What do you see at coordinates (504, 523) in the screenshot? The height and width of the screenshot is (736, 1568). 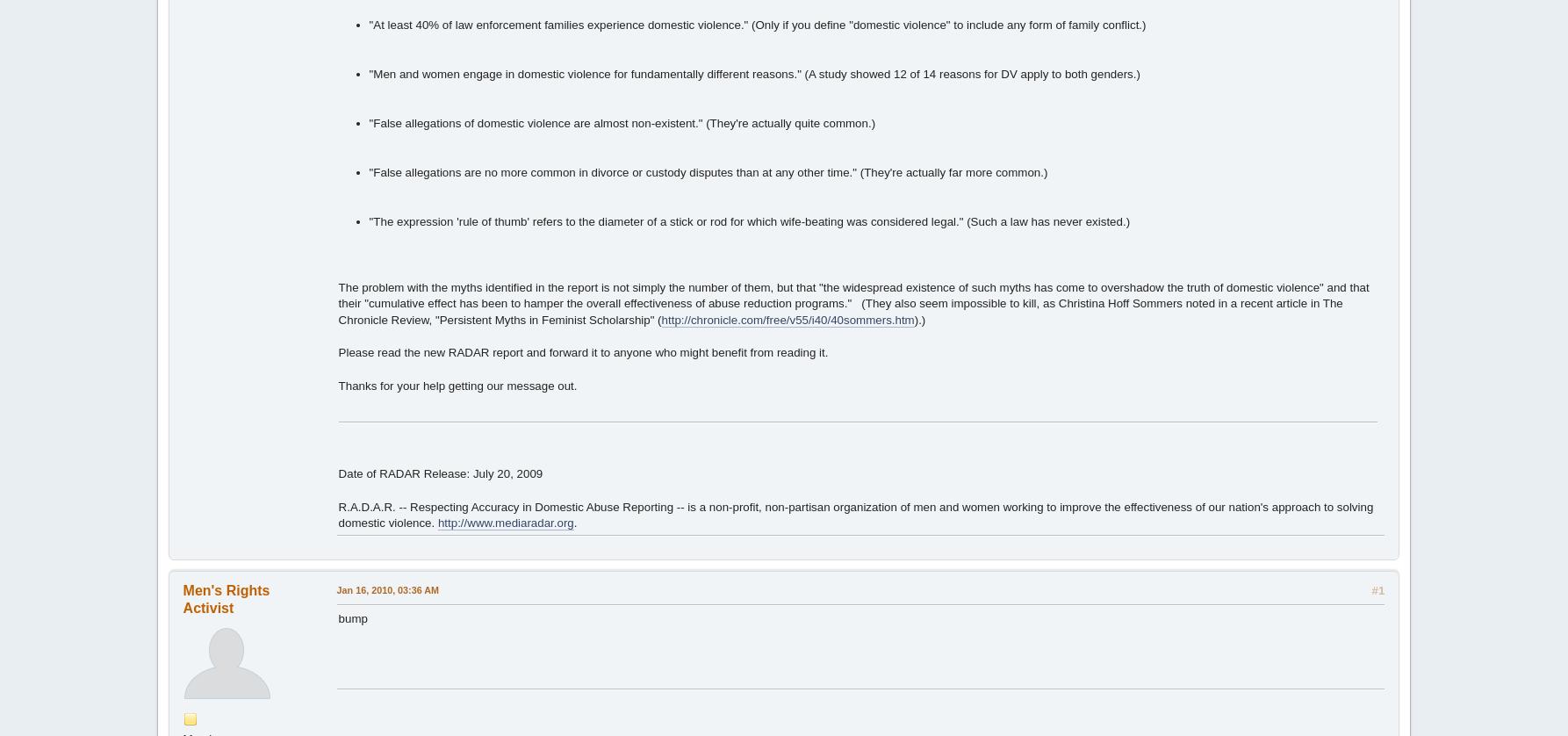 I see `'http://www.mediaradar.org'` at bounding box center [504, 523].